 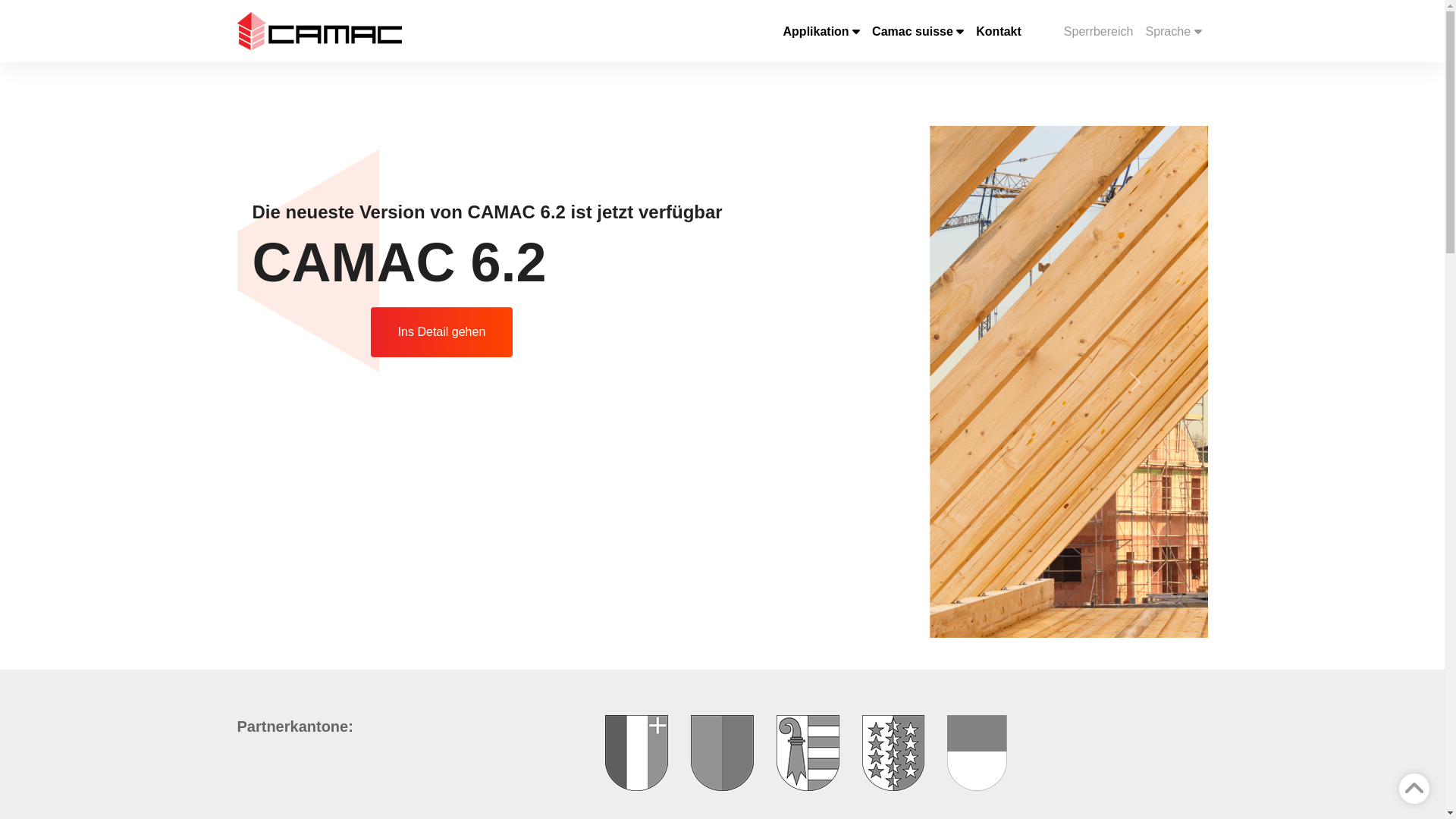 I want to click on 'Previous', so click(x=309, y=381).